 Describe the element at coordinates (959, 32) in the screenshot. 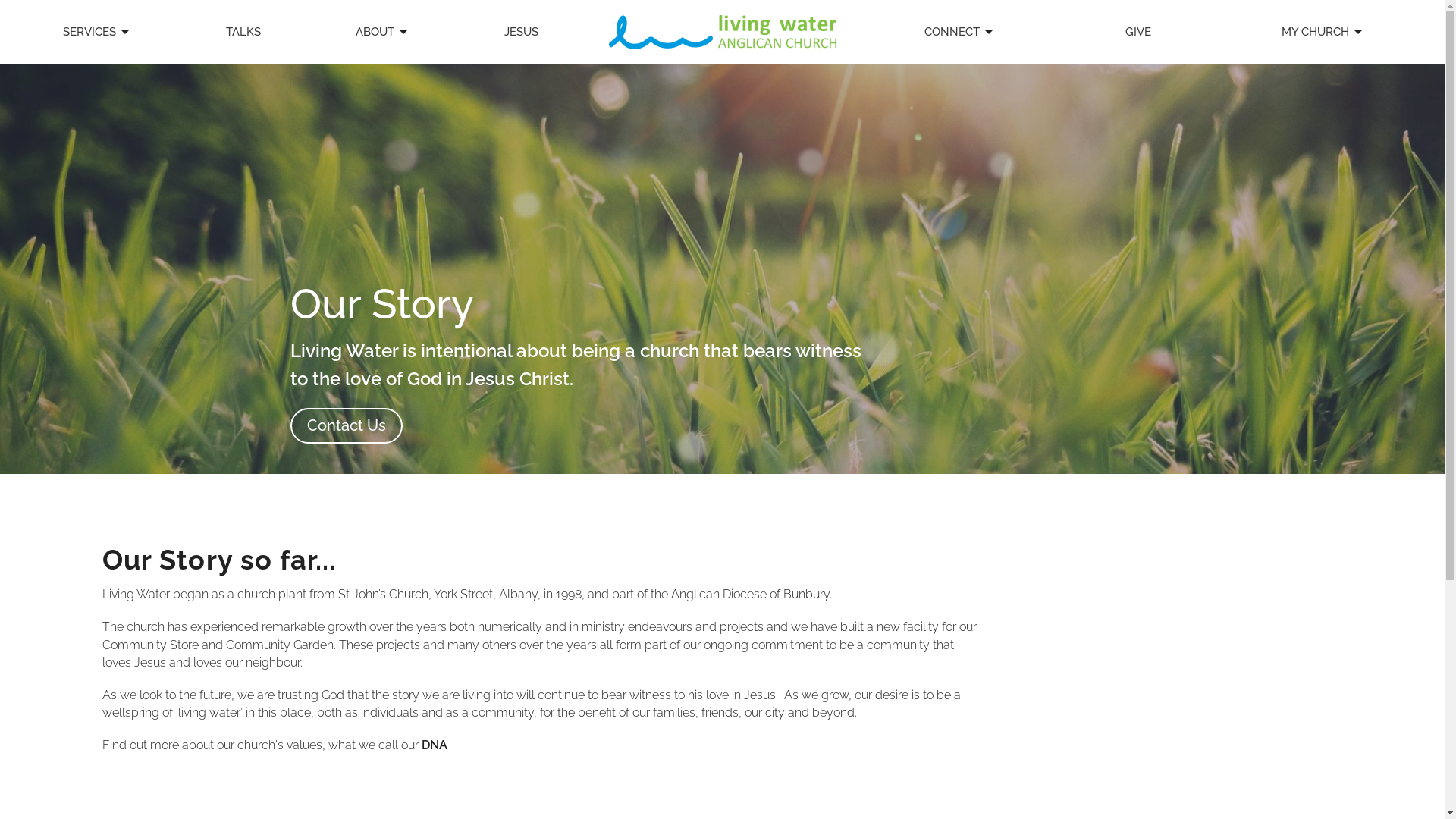

I see `'CONNECT'` at that location.